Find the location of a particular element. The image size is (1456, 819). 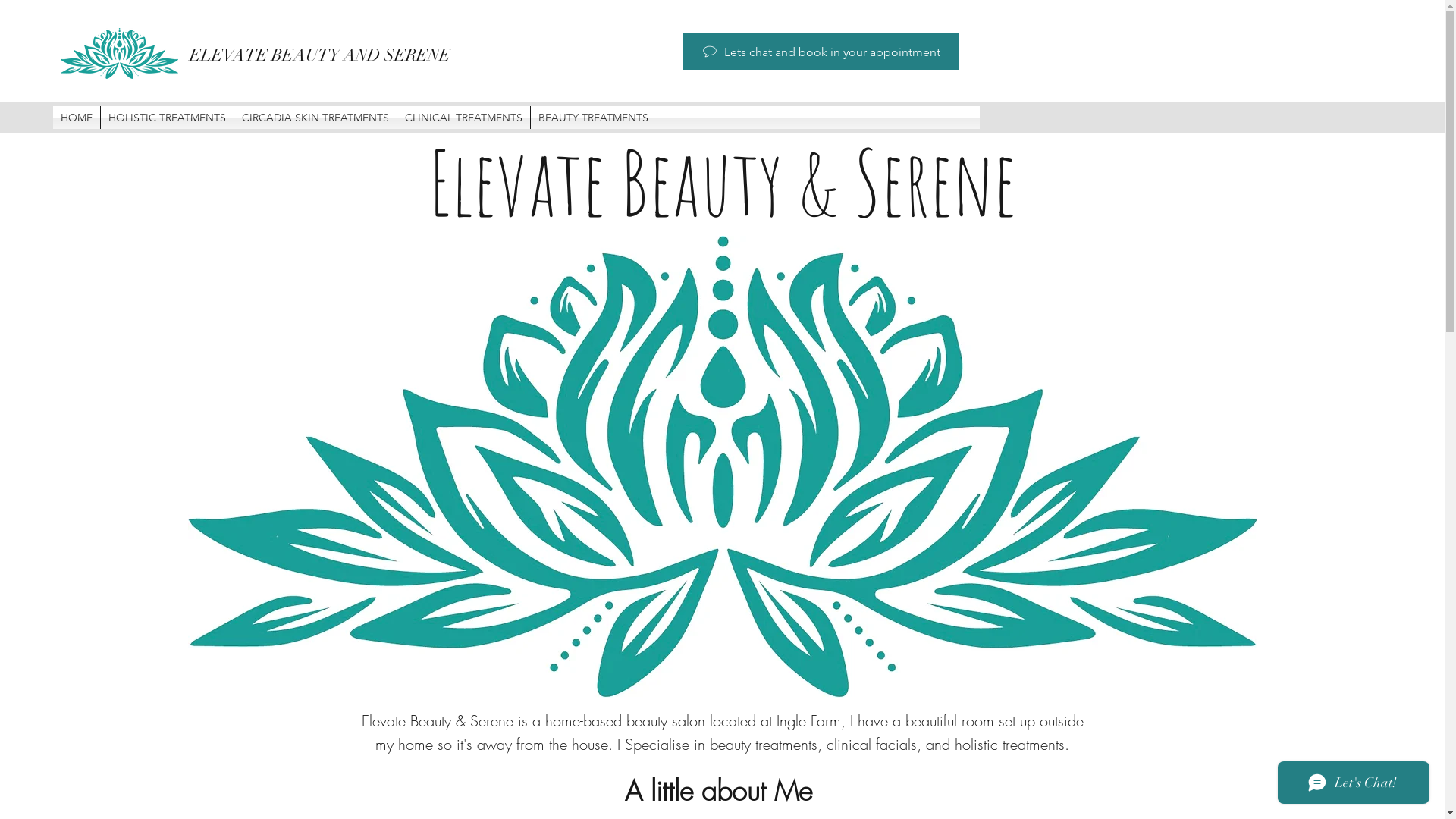

'CIRCADIA SKIN TREATMENTS' is located at coordinates (233, 116).